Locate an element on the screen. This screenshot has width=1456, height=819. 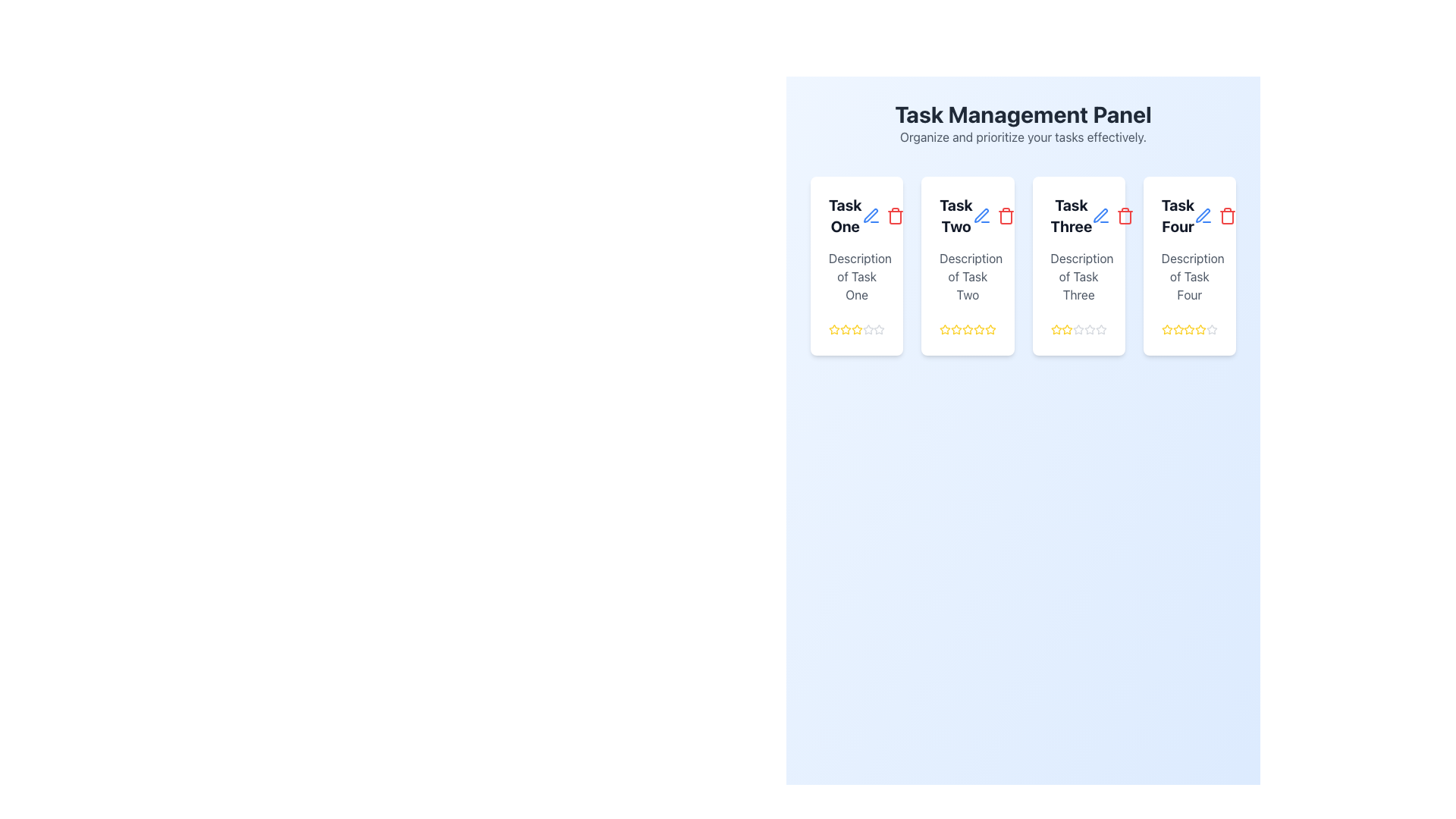
the delete icon button located at the top-right corner of the task card to trigger a tooltip or highlight effect is located at coordinates (895, 216).